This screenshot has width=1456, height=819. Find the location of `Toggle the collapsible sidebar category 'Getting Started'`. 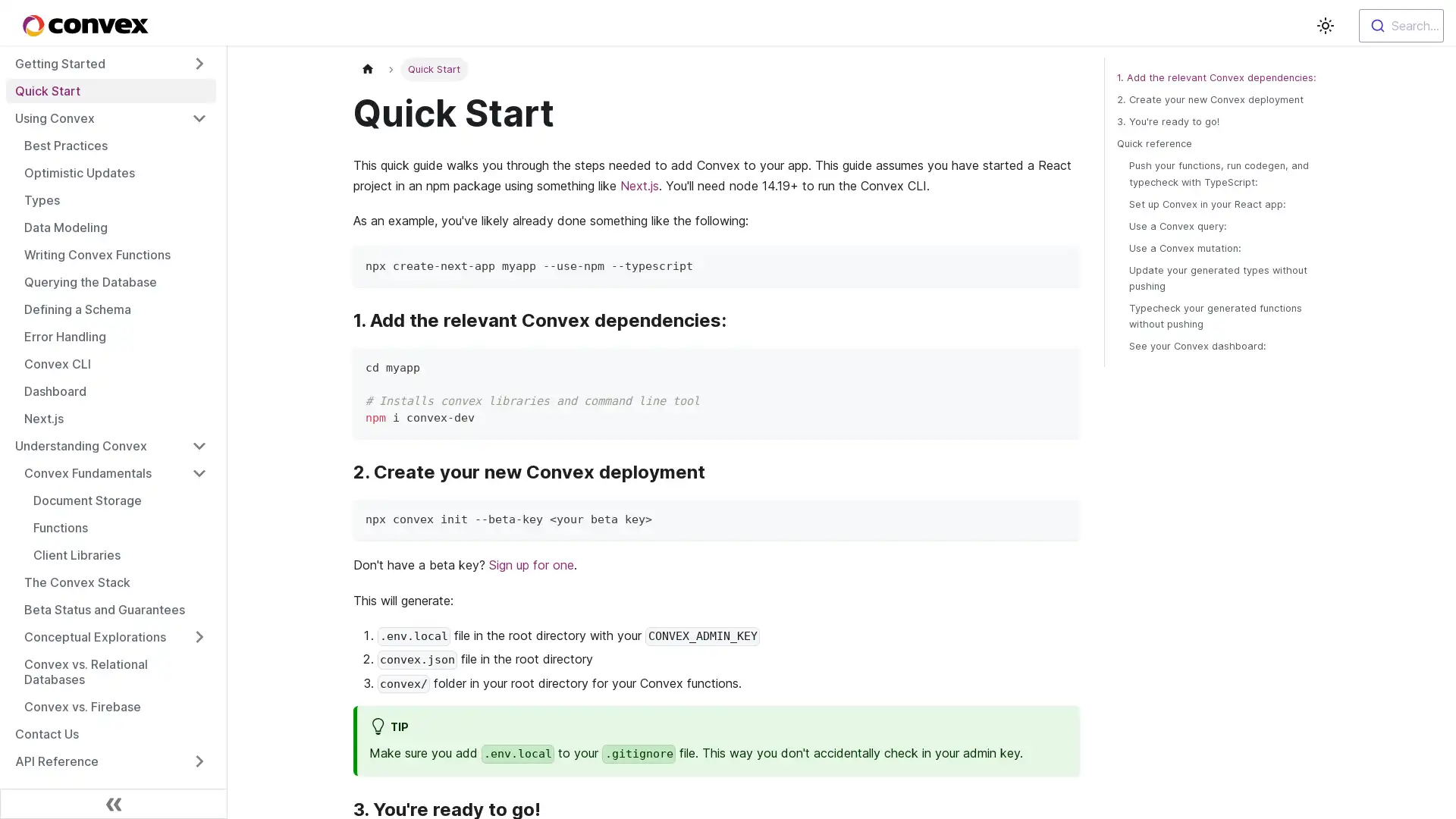

Toggle the collapsible sidebar category 'Getting Started' is located at coordinates (199, 63).